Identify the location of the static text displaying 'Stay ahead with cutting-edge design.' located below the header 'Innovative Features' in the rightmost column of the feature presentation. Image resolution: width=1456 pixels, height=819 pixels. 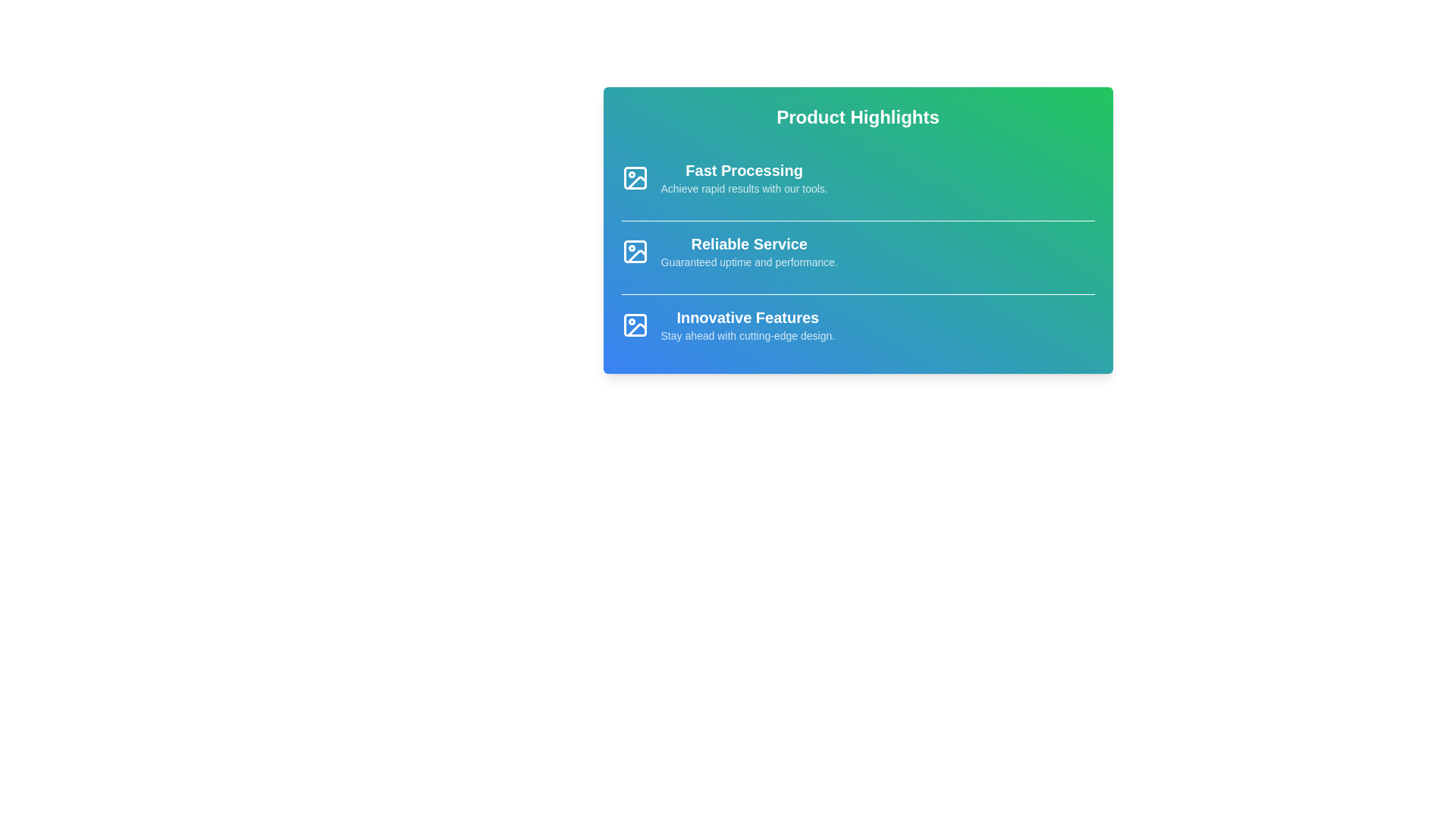
(748, 335).